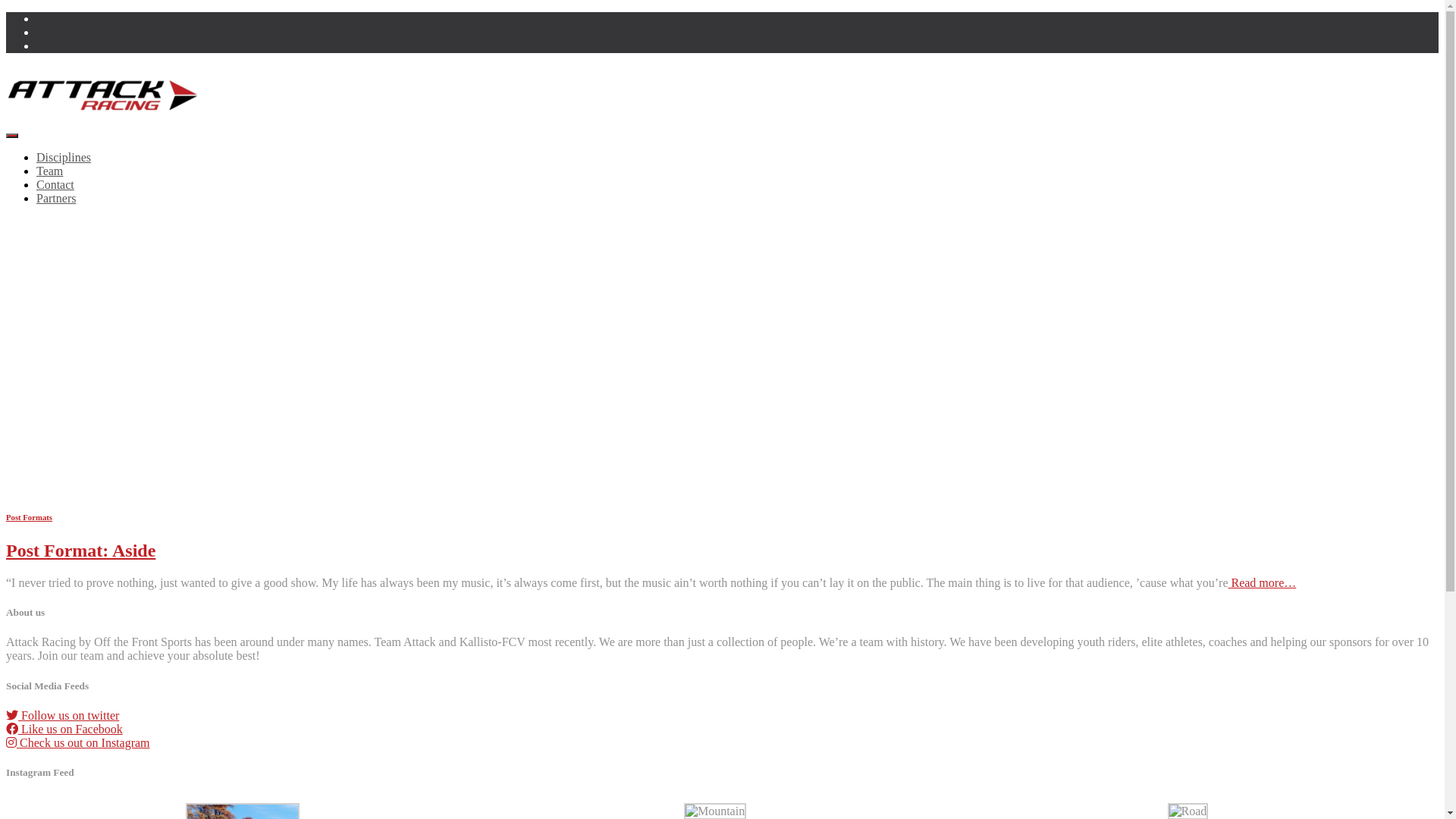 This screenshot has width=1456, height=819. What do you see at coordinates (6, 117) in the screenshot?
I see `'Attack Racing'` at bounding box center [6, 117].